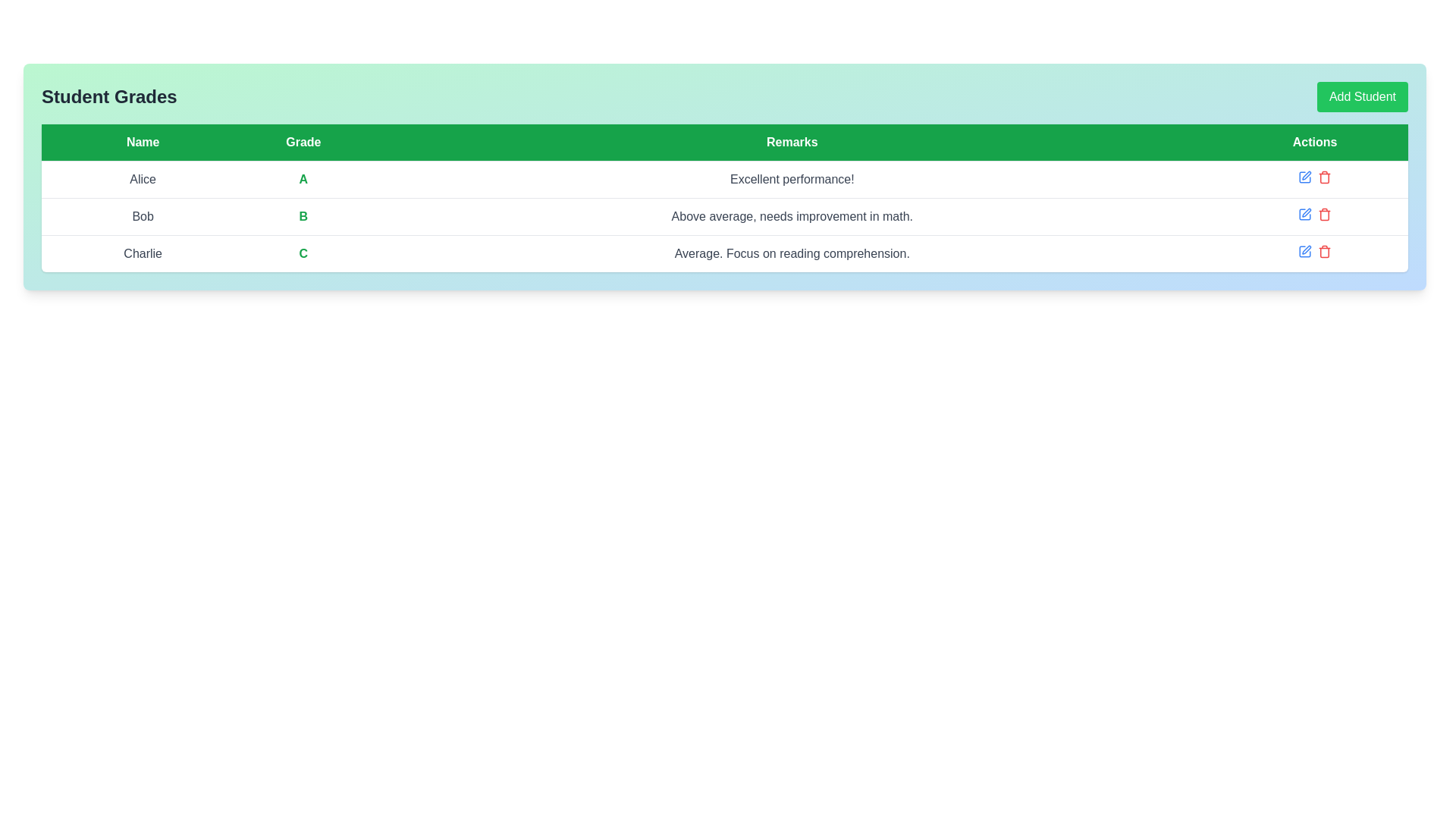 This screenshot has width=1456, height=819. What do you see at coordinates (1313, 177) in the screenshot?
I see `the edit icon in the interactive controls group for the first data row, which corresponds to 'Alice's' performance, to modify the data` at bounding box center [1313, 177].